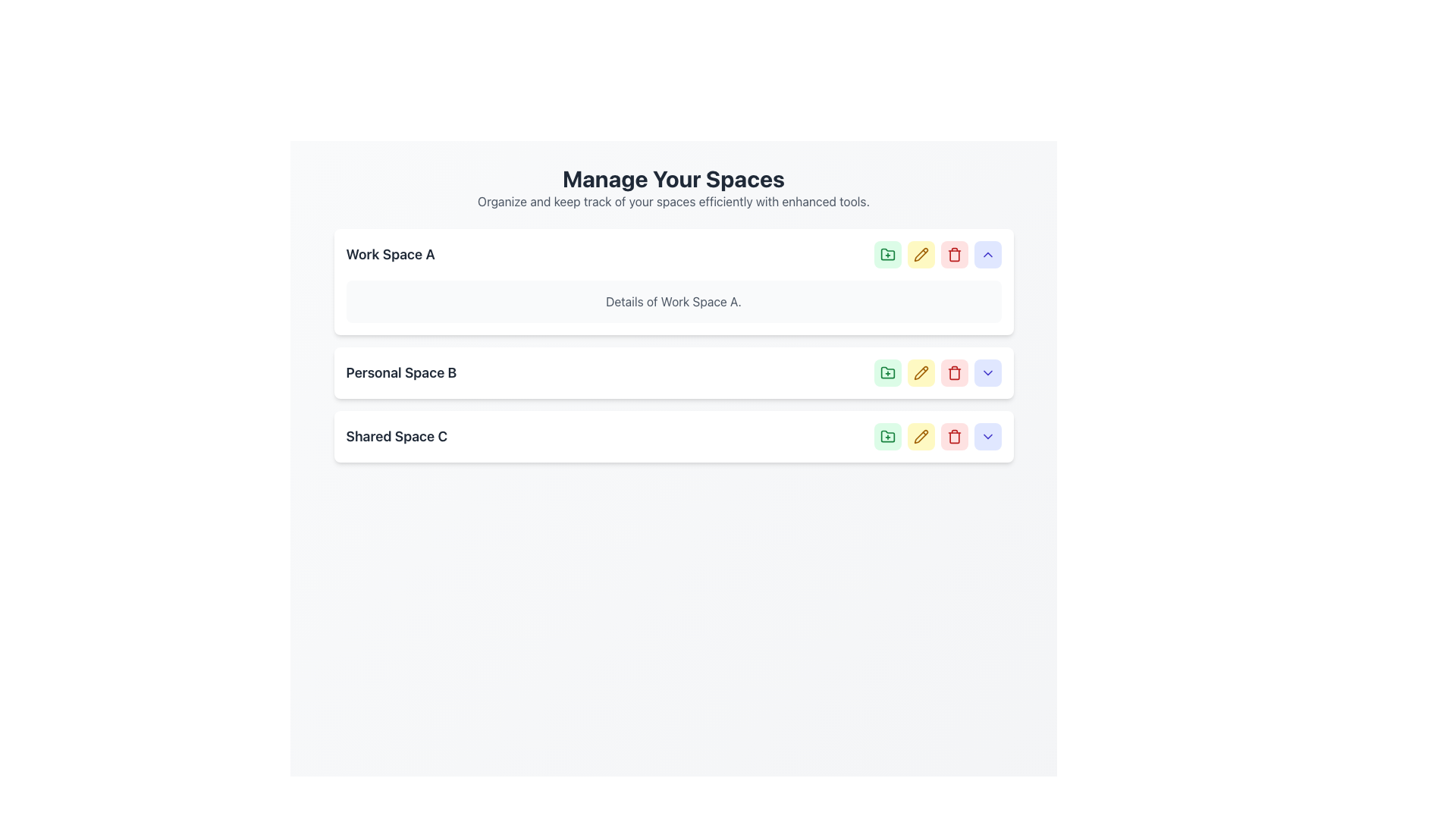  Describe the element at coordinates (887, 372) in the screenshot. I see `the green folder icon with a '+' symbol, which is the first action icon in the third row of the space list next to 'Shared Space C'` at that location.